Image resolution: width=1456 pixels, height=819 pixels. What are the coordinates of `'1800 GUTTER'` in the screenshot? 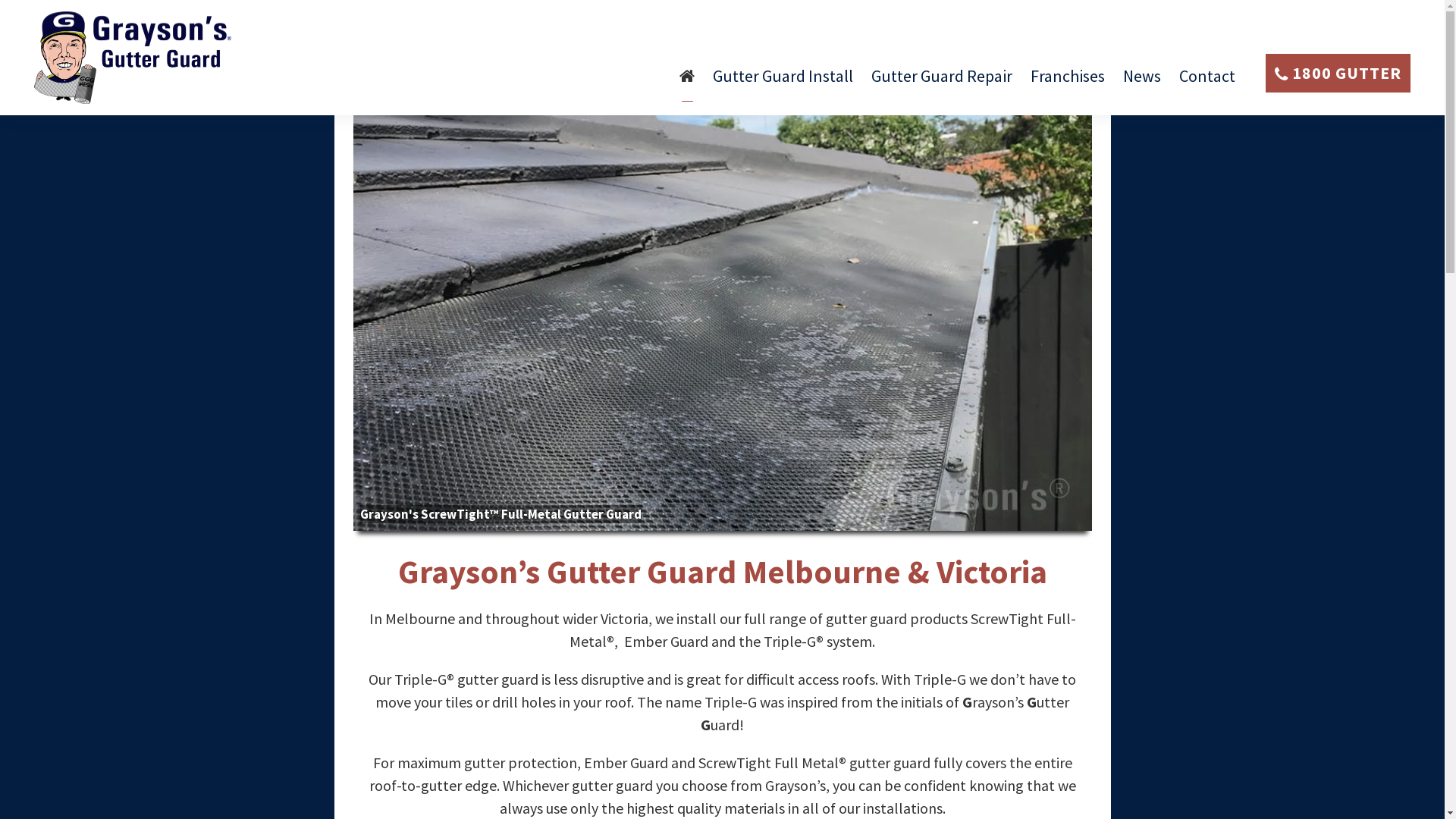 It's located at (1338, 73).